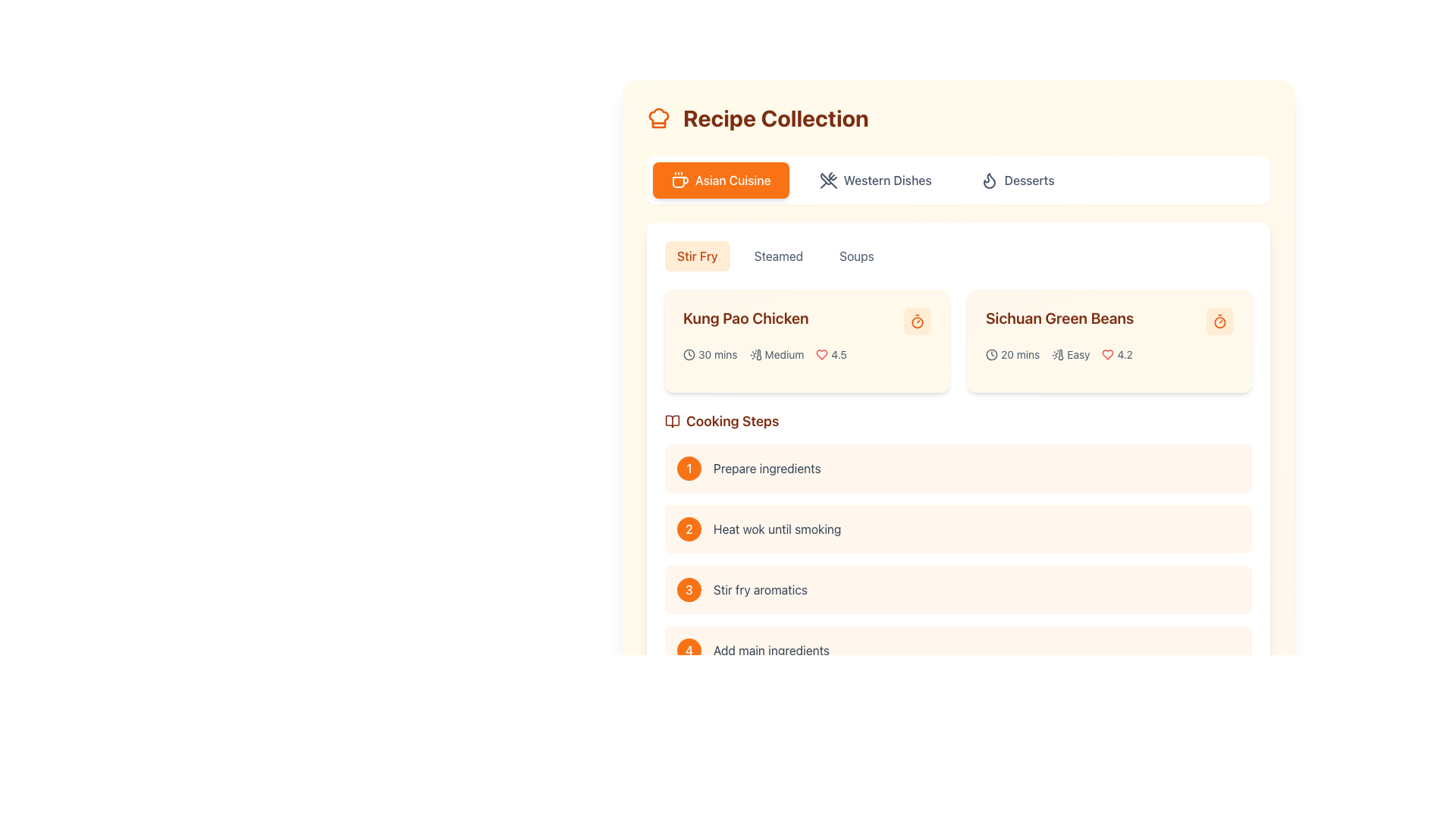 The image size is (1456, 819). Describe the element at coordinates (989, 180) in the screenshot. I see `the flame icon, which is located at the top right of the navigation bar, serving as a marker for the 'Desserts' option` at that location.